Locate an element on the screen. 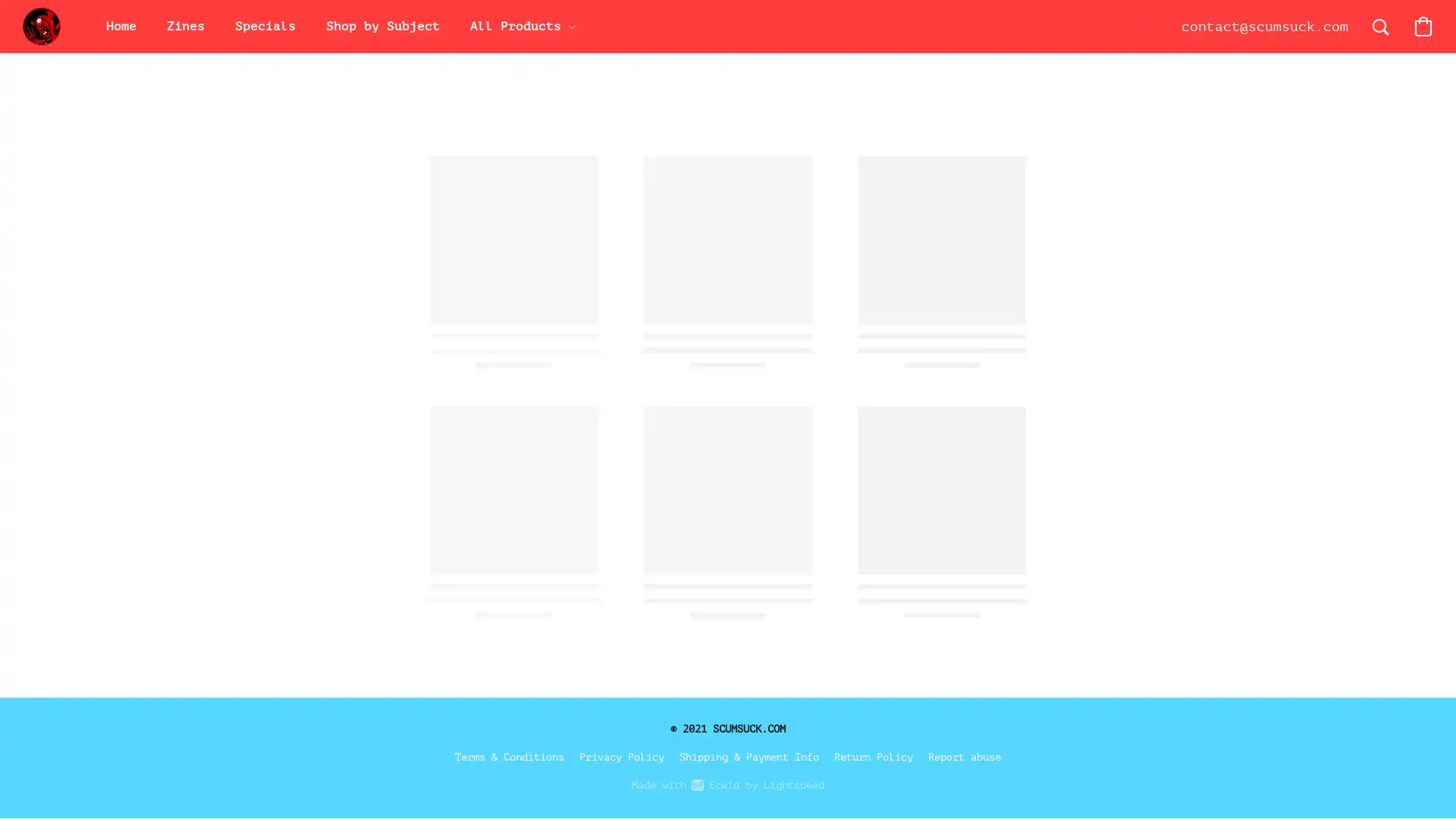 This screenshot has width=1456, height=819. Accept Only Essential Cookies is located at coordinates (1241, 540).